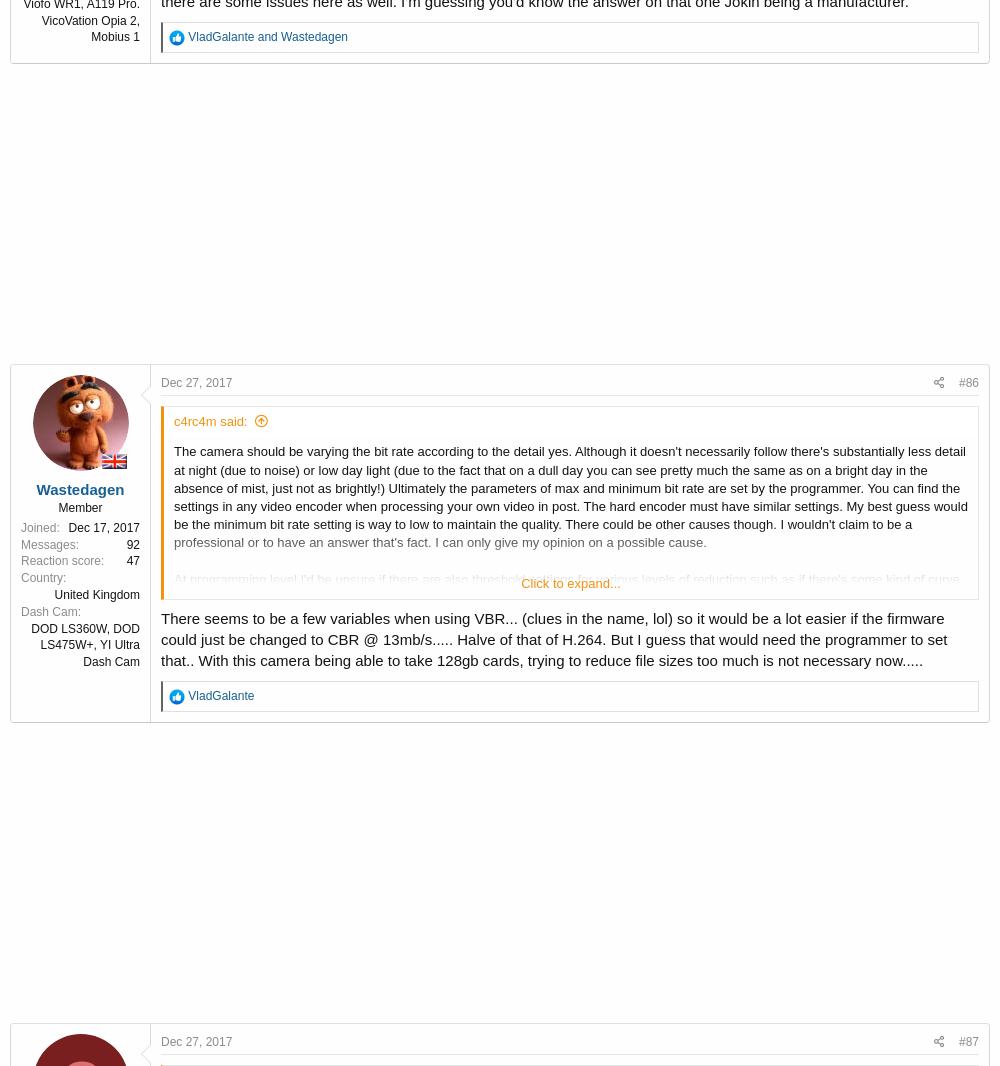 This screenshot has height=1066, width=1000. What do you see at coordinates (254, 35) in the screenshot?
I see `'and'` at bounding box center [254, 35].